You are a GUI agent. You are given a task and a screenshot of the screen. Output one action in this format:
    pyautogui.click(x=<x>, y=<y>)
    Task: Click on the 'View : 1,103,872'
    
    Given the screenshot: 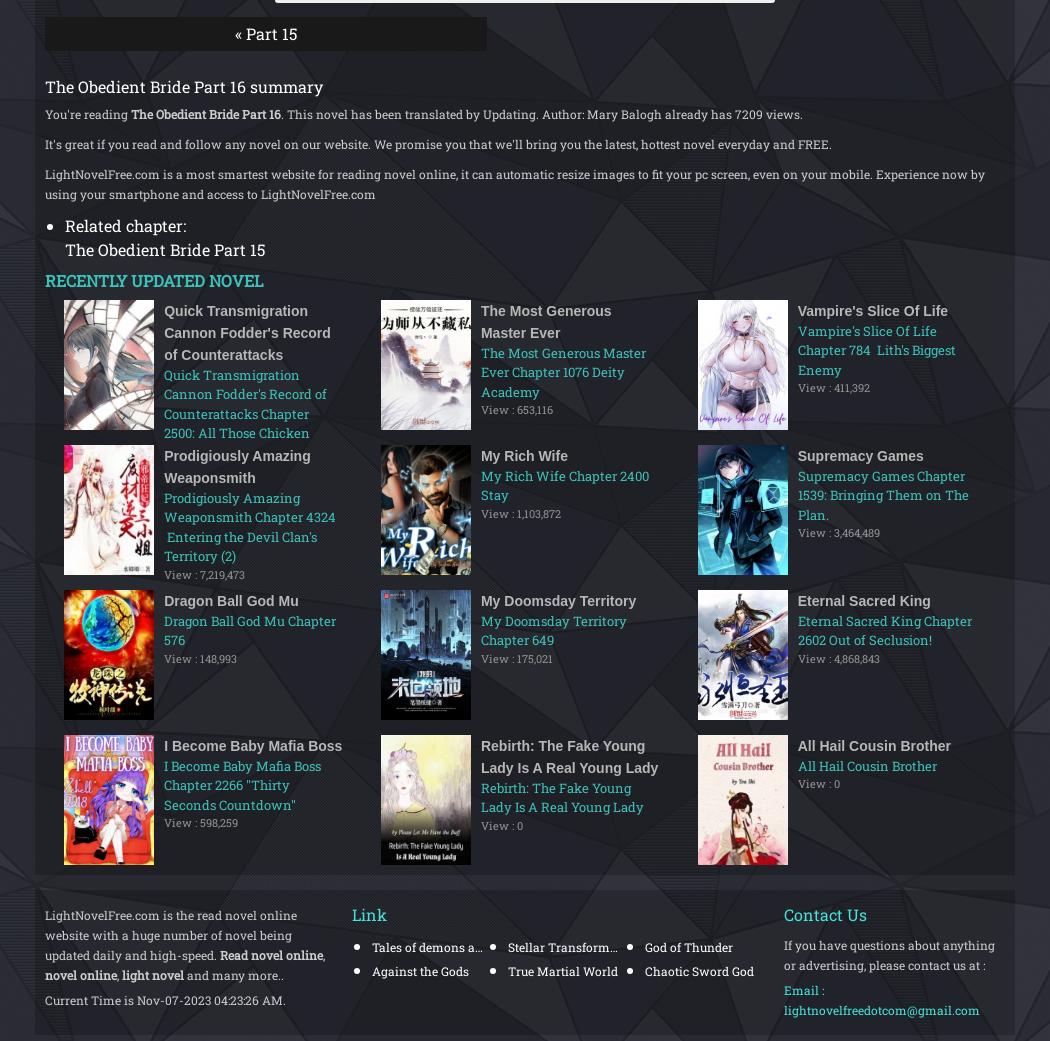 What is the action you would take?
    pyautogui.click(x=479, y=511)
    